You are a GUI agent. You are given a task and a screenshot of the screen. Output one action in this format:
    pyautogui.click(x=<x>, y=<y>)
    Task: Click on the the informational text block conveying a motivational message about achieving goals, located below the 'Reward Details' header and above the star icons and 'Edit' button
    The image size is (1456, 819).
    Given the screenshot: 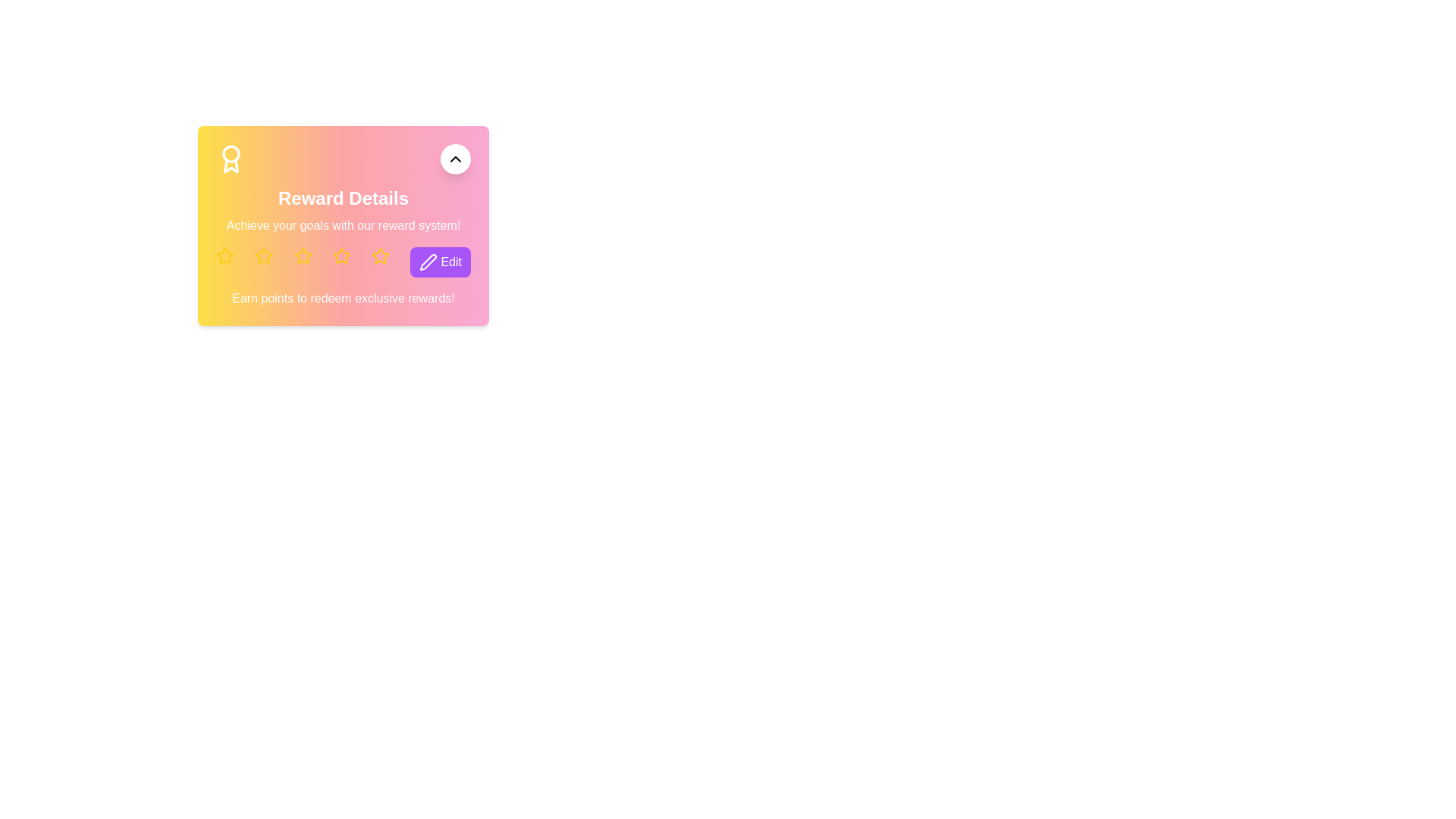 What is the action you would take?
    pyautogui.click(x=342, y=225)
    